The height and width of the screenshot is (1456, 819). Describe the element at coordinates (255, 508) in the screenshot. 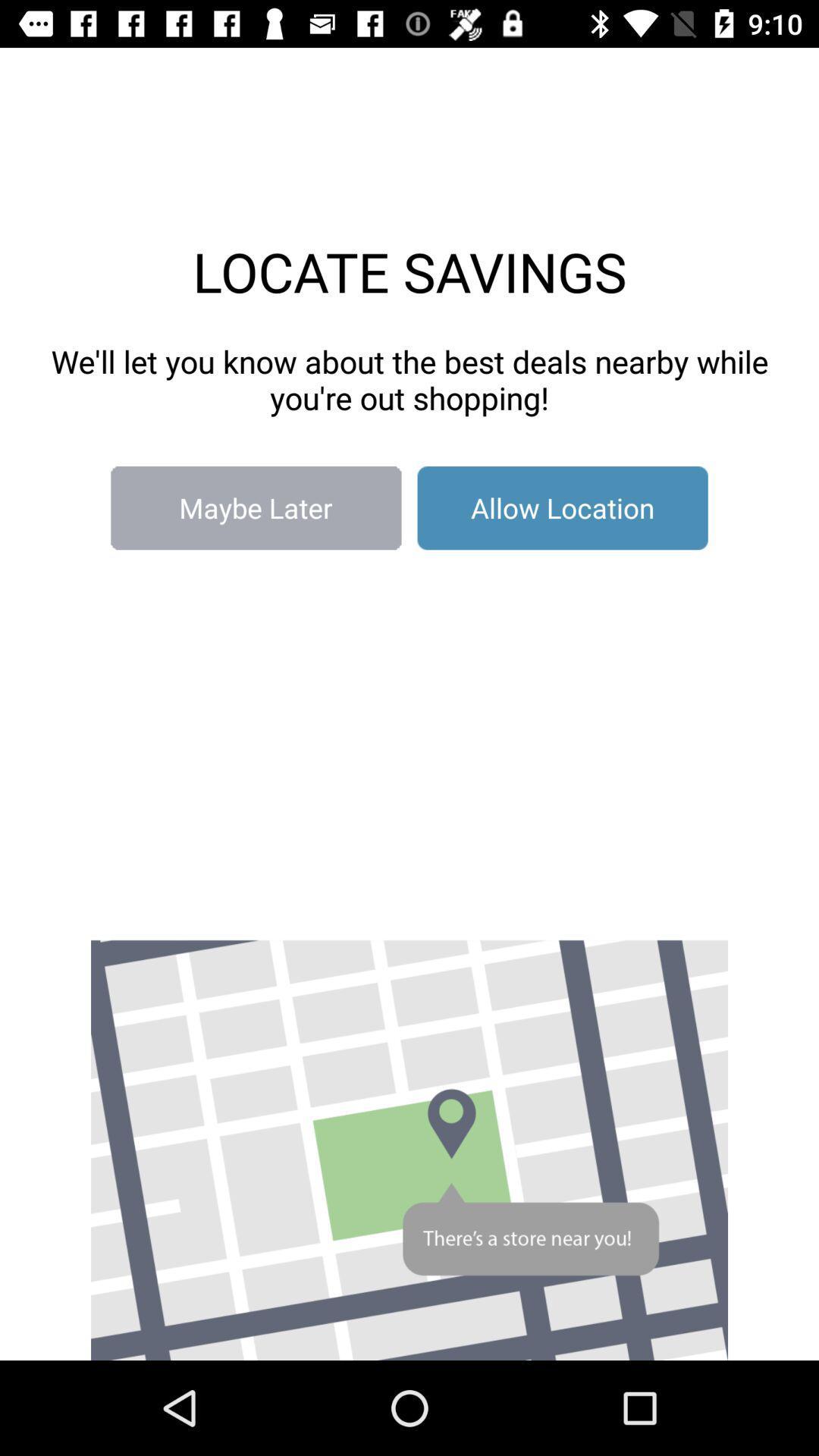

I see `the maybe later app` at that location.